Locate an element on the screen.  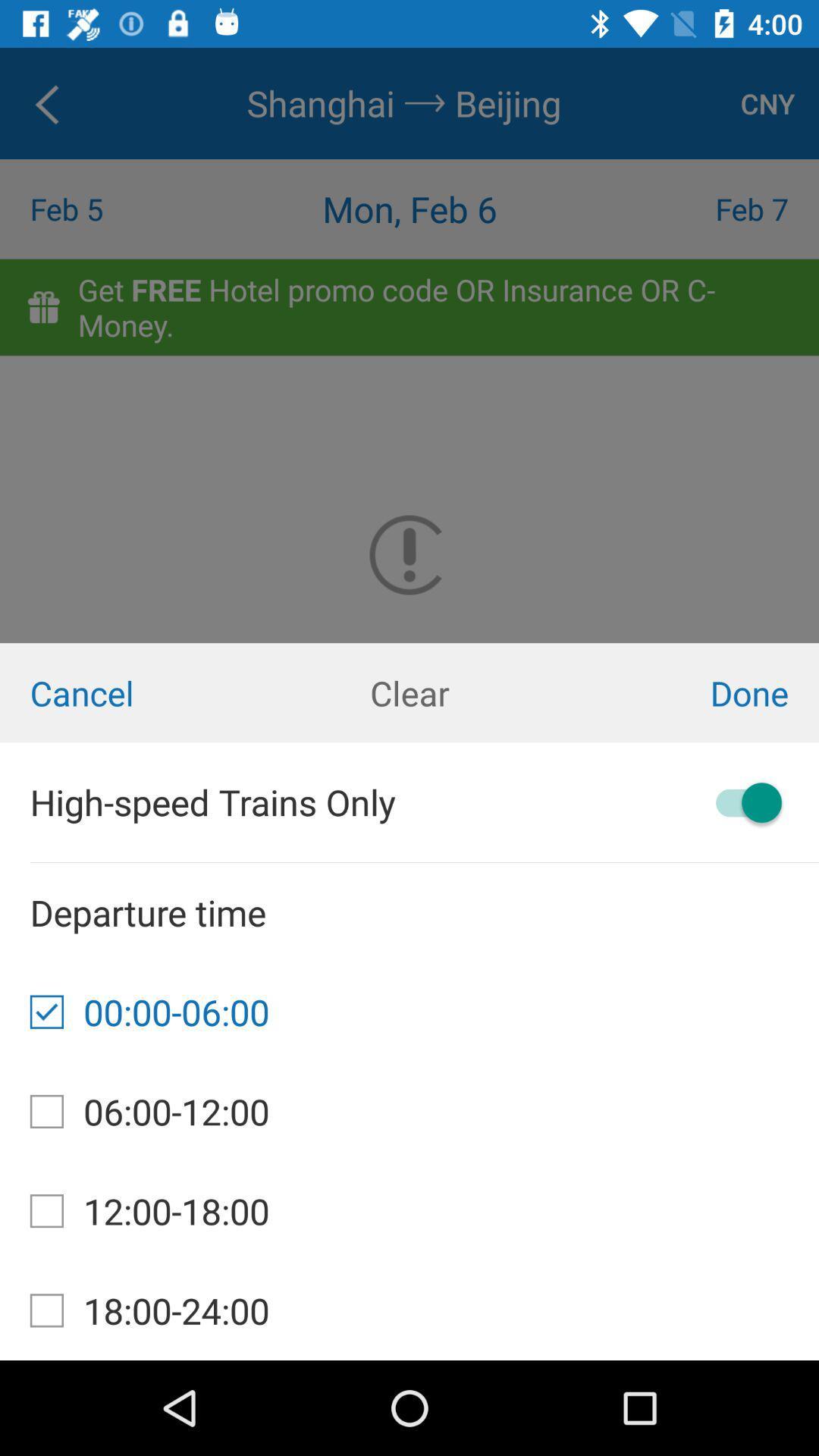
the icon next to the done icon is located at coordinates (409, 692).